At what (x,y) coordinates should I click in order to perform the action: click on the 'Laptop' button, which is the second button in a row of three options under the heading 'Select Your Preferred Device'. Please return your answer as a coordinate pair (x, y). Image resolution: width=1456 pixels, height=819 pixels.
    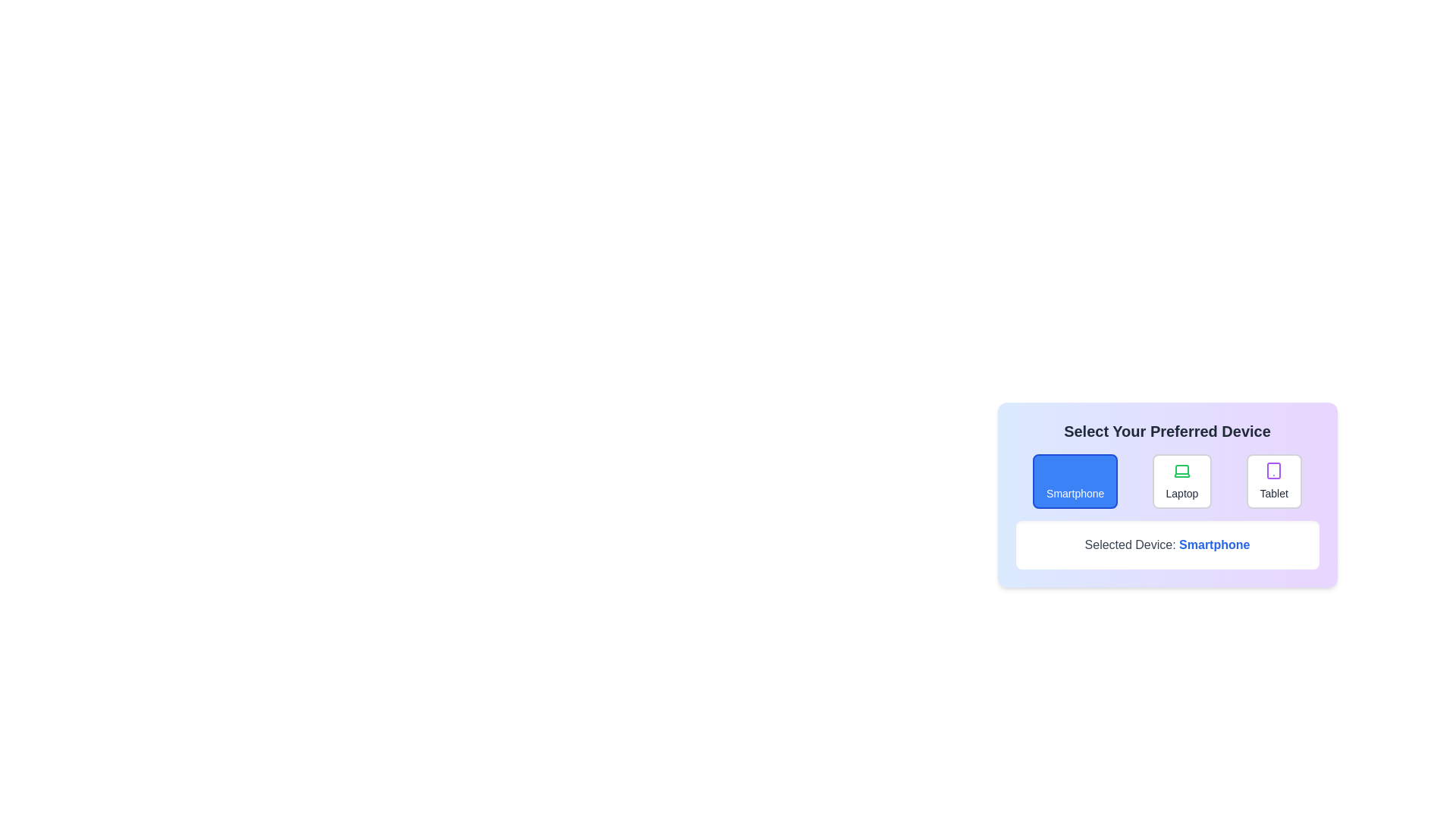
    Looking at the image, I should click on (1166, 488).